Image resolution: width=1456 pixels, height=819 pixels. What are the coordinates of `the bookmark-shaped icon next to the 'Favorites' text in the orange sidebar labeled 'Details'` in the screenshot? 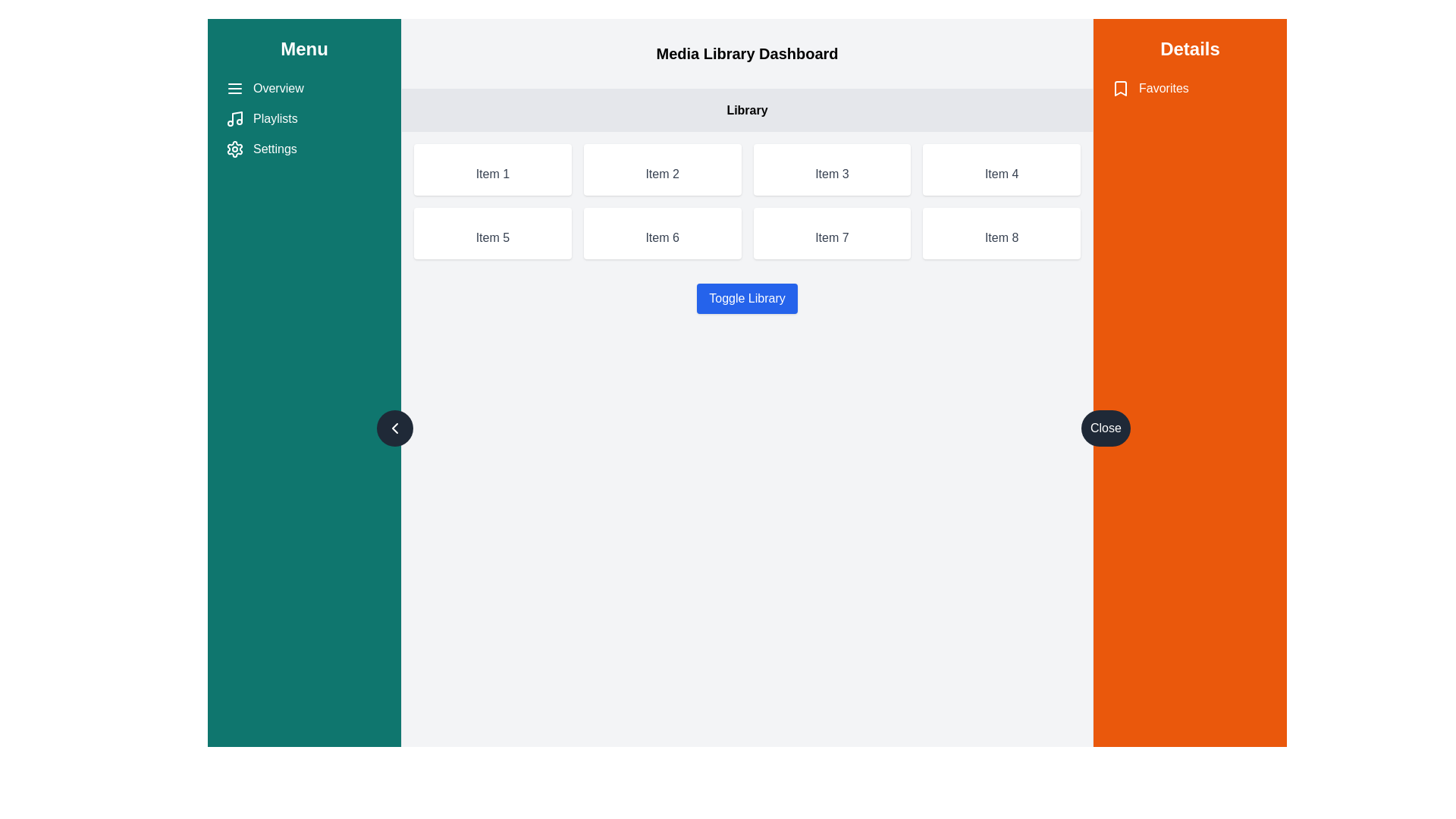 It's located at (1121, 88).